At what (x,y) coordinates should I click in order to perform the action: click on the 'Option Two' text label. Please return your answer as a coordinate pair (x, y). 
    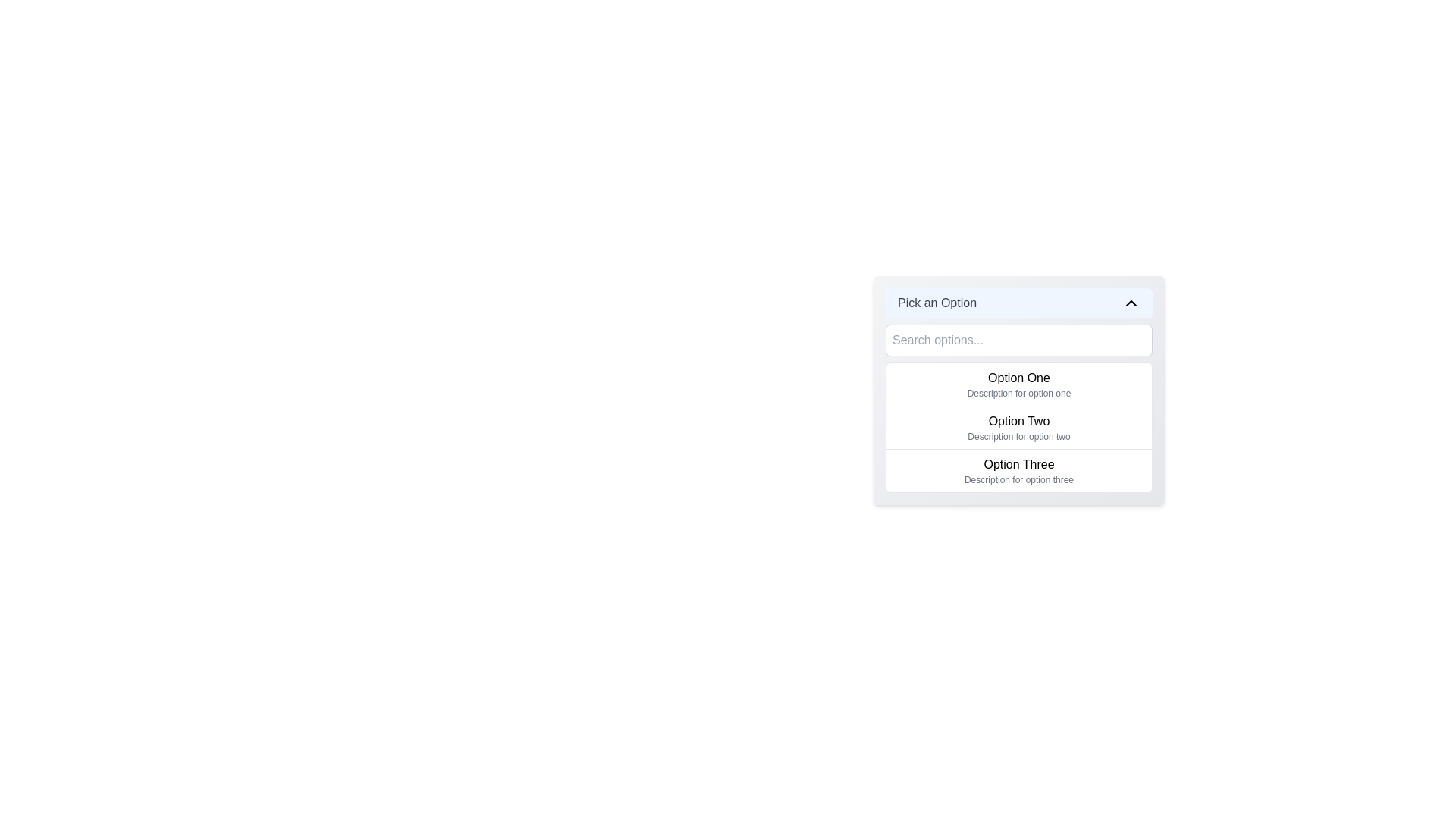
    Looking at the image, I should click on (1019, 421).